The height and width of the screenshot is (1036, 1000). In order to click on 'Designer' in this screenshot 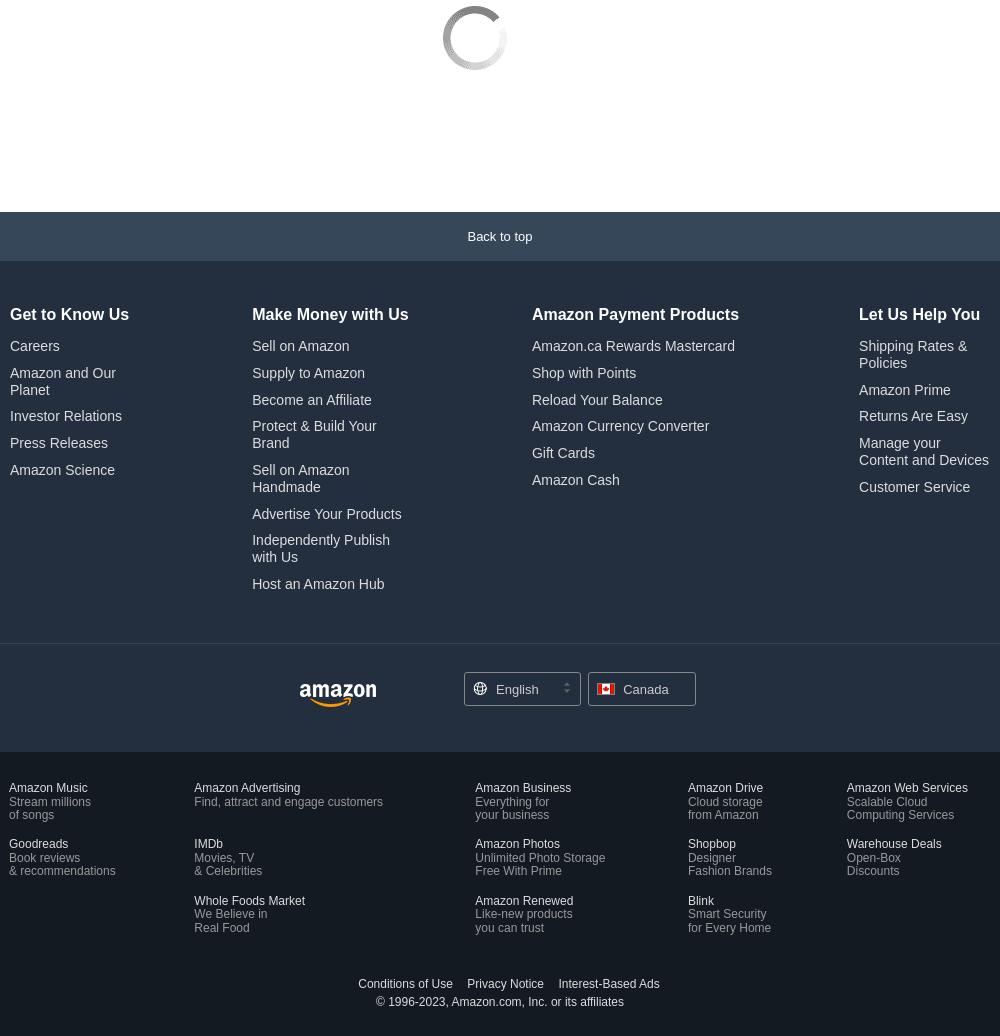, I will do `click(710, 723)`.